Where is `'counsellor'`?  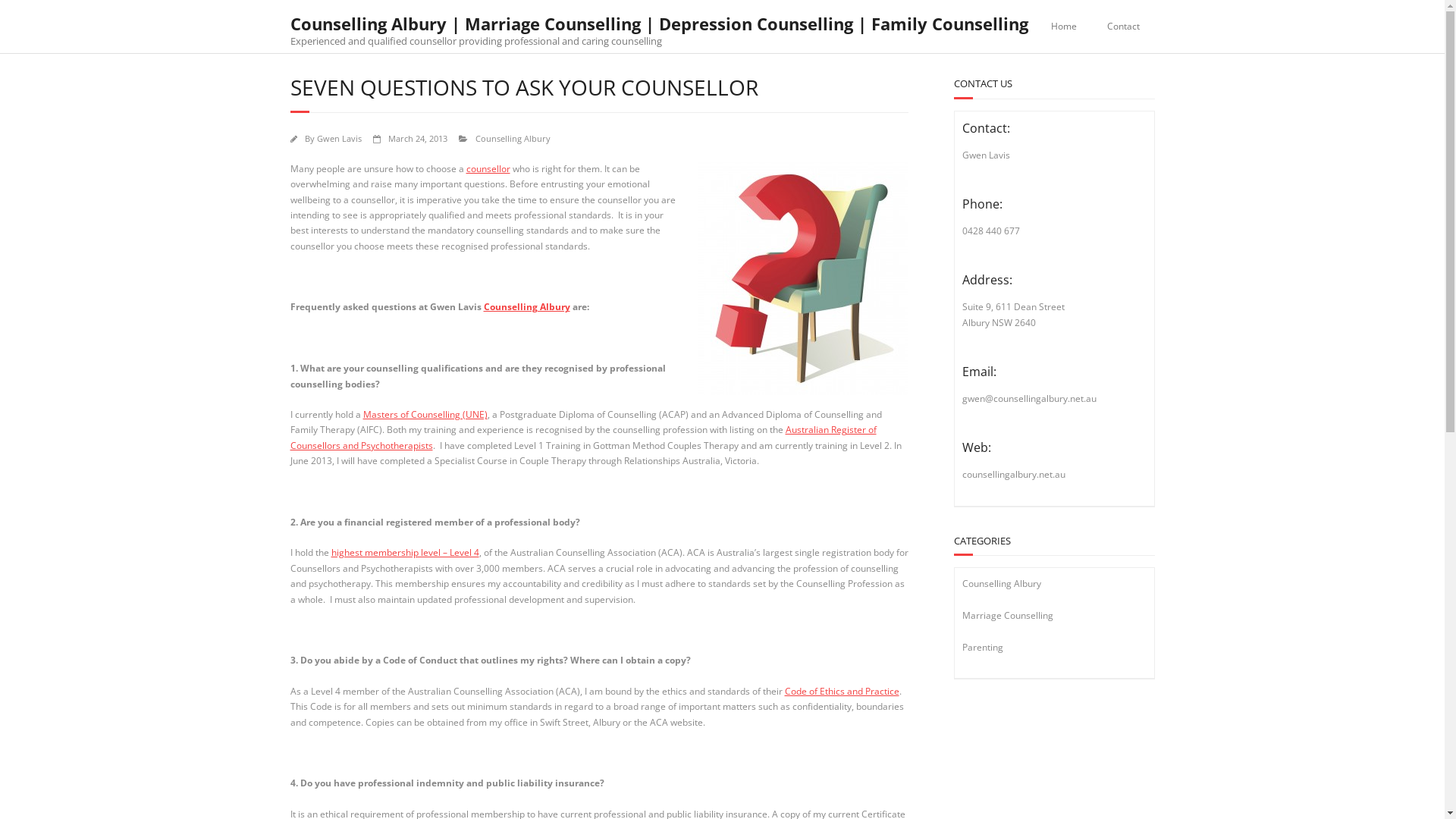 'counsellor' is located at coordinates (488, 168).